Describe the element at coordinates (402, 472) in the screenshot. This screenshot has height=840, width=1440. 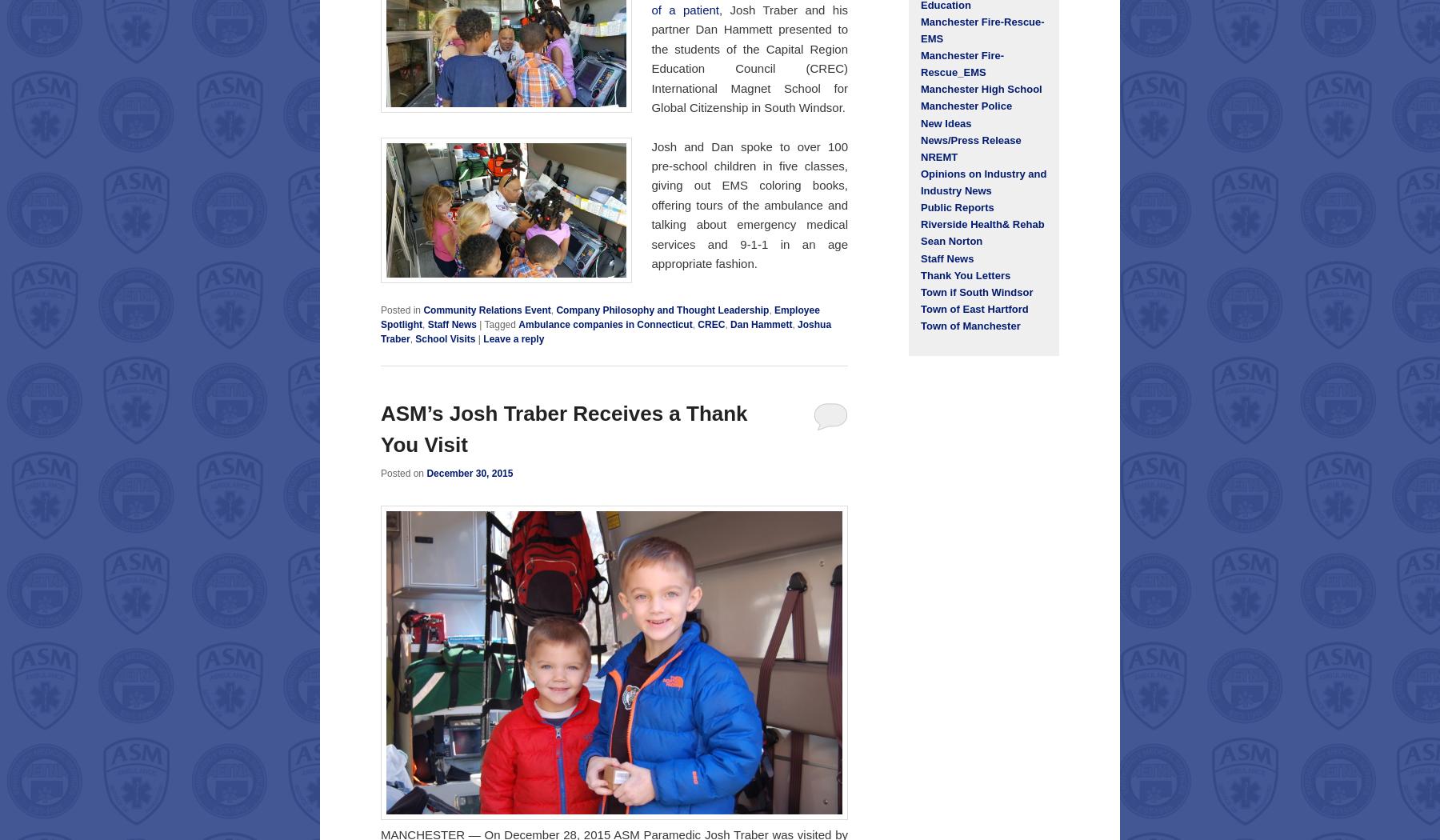
I see `'Posted on'` at that location.